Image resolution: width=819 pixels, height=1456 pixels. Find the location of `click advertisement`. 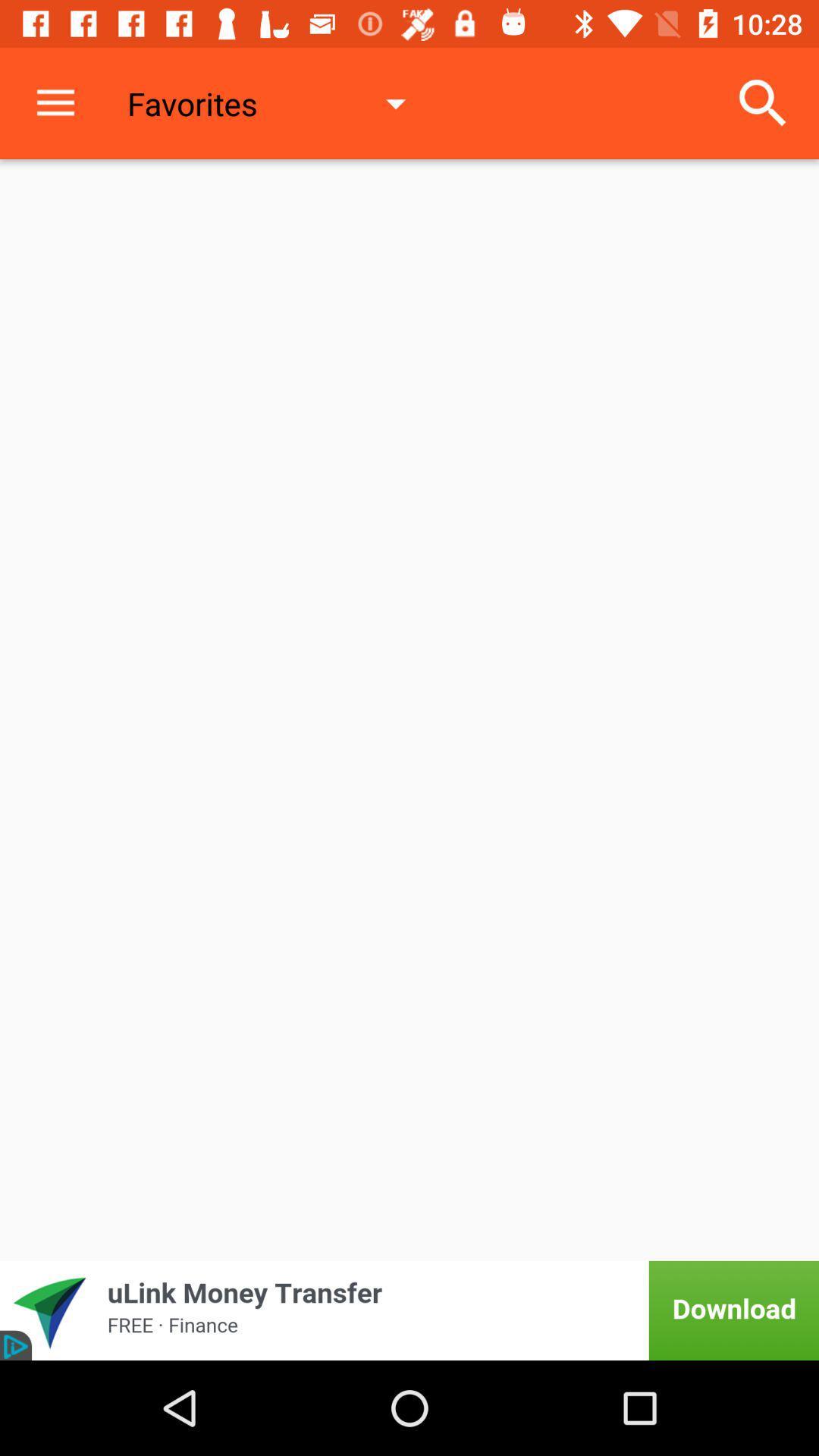

click advertisement is located at coordinates (409, 1310).